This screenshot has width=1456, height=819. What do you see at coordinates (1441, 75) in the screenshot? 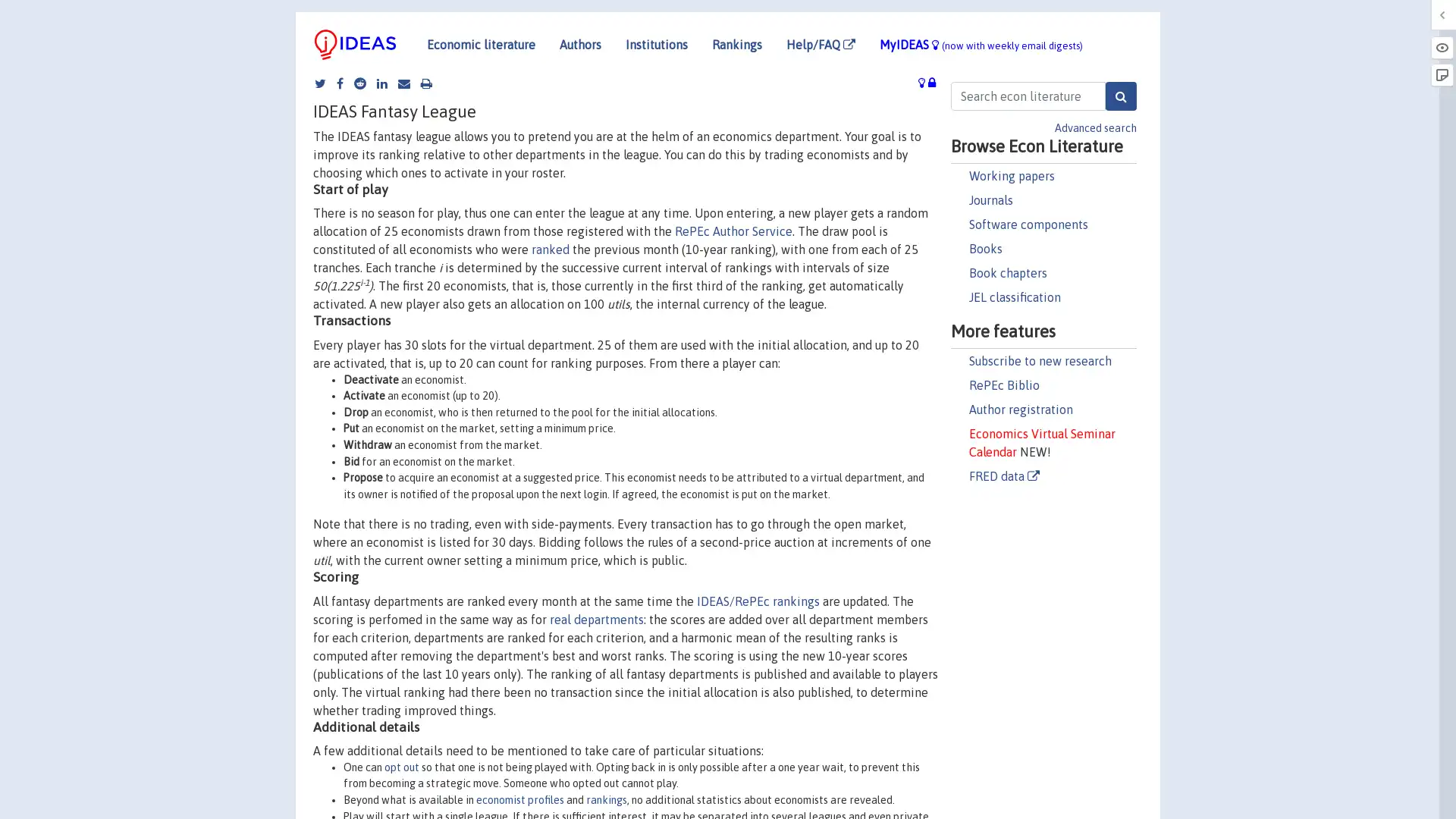
I see `New page note` at bounding box center [1441, 75].